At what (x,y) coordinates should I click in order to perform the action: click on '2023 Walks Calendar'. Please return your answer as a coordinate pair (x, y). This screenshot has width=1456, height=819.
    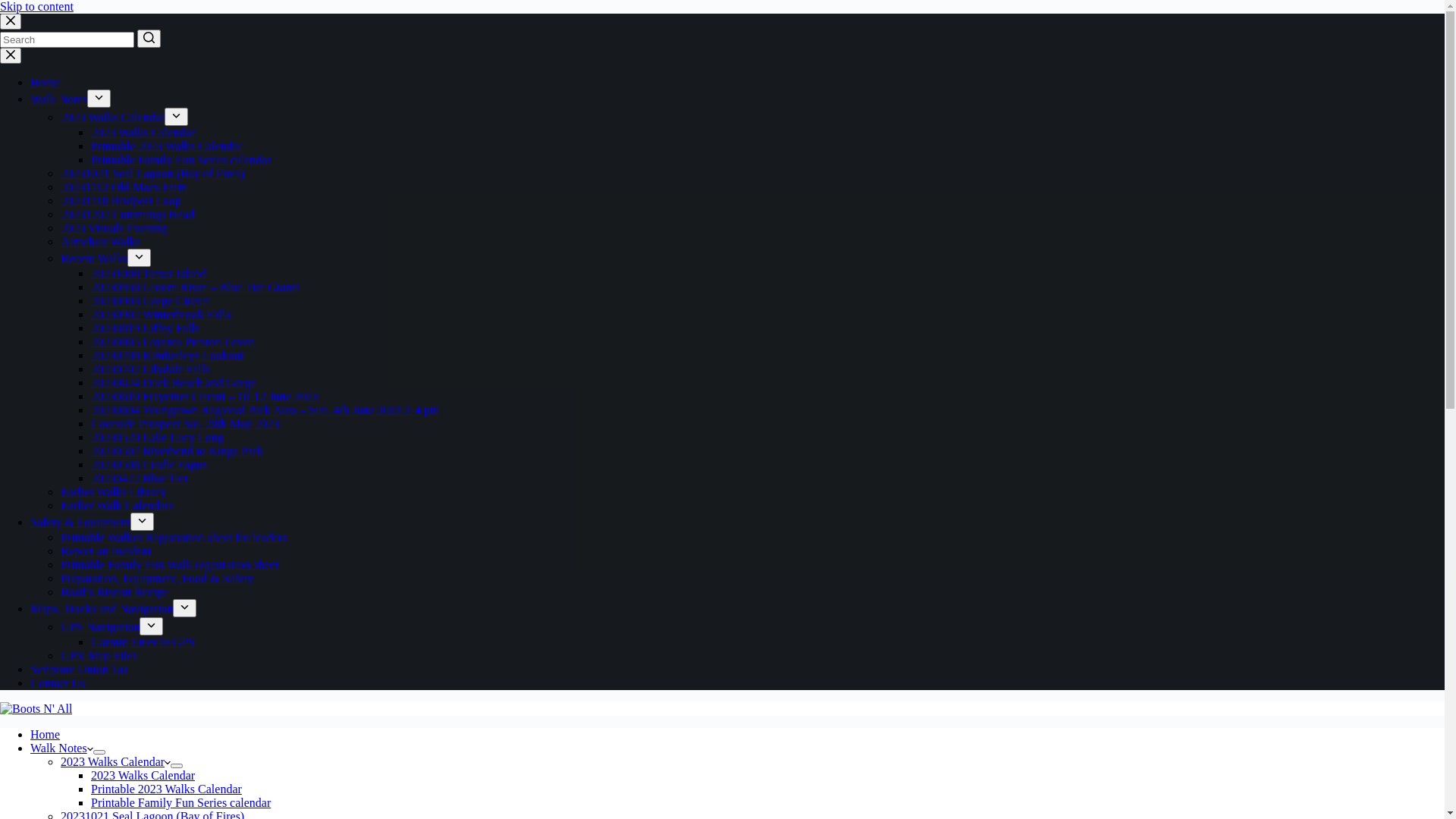
    Looking at the image, I should click on (115, 761).